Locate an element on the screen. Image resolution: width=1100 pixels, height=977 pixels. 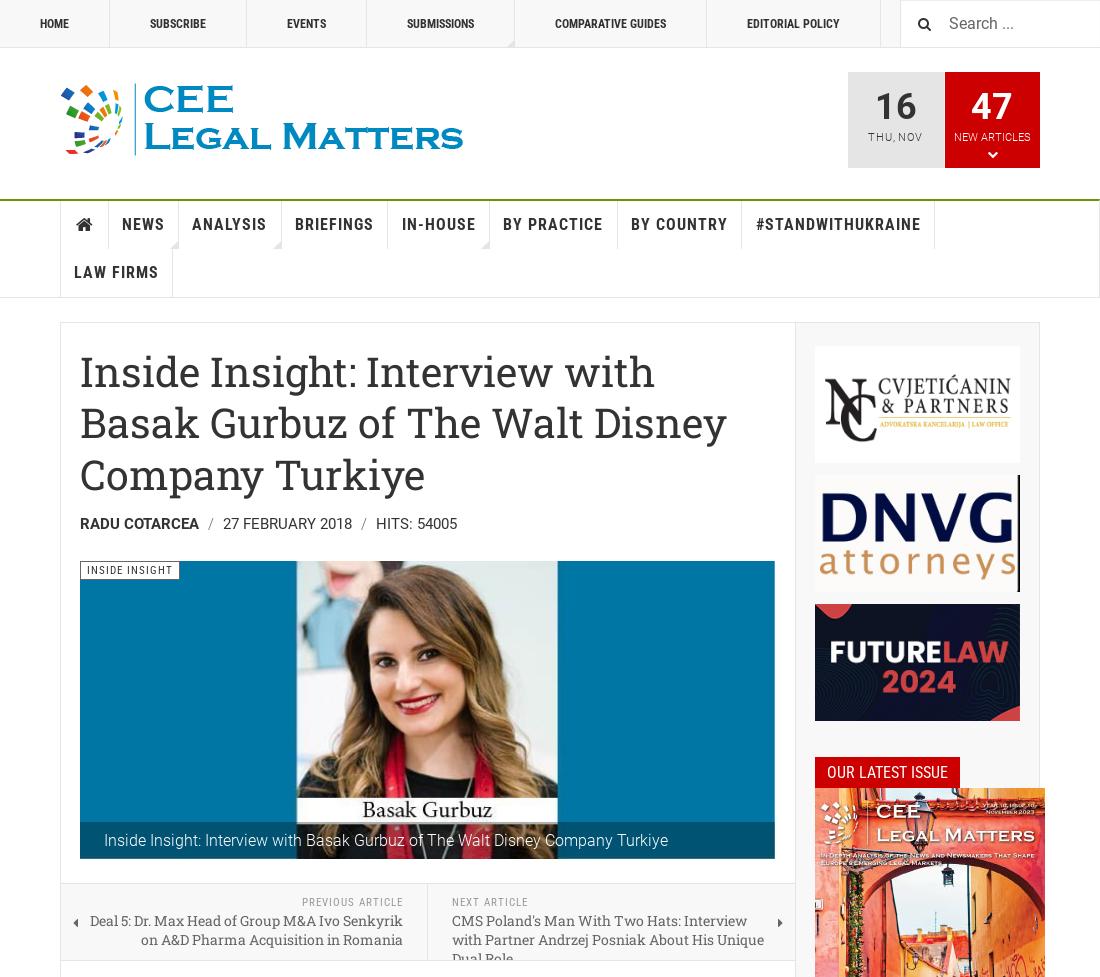
'16' is located at coordinates (893, 106).